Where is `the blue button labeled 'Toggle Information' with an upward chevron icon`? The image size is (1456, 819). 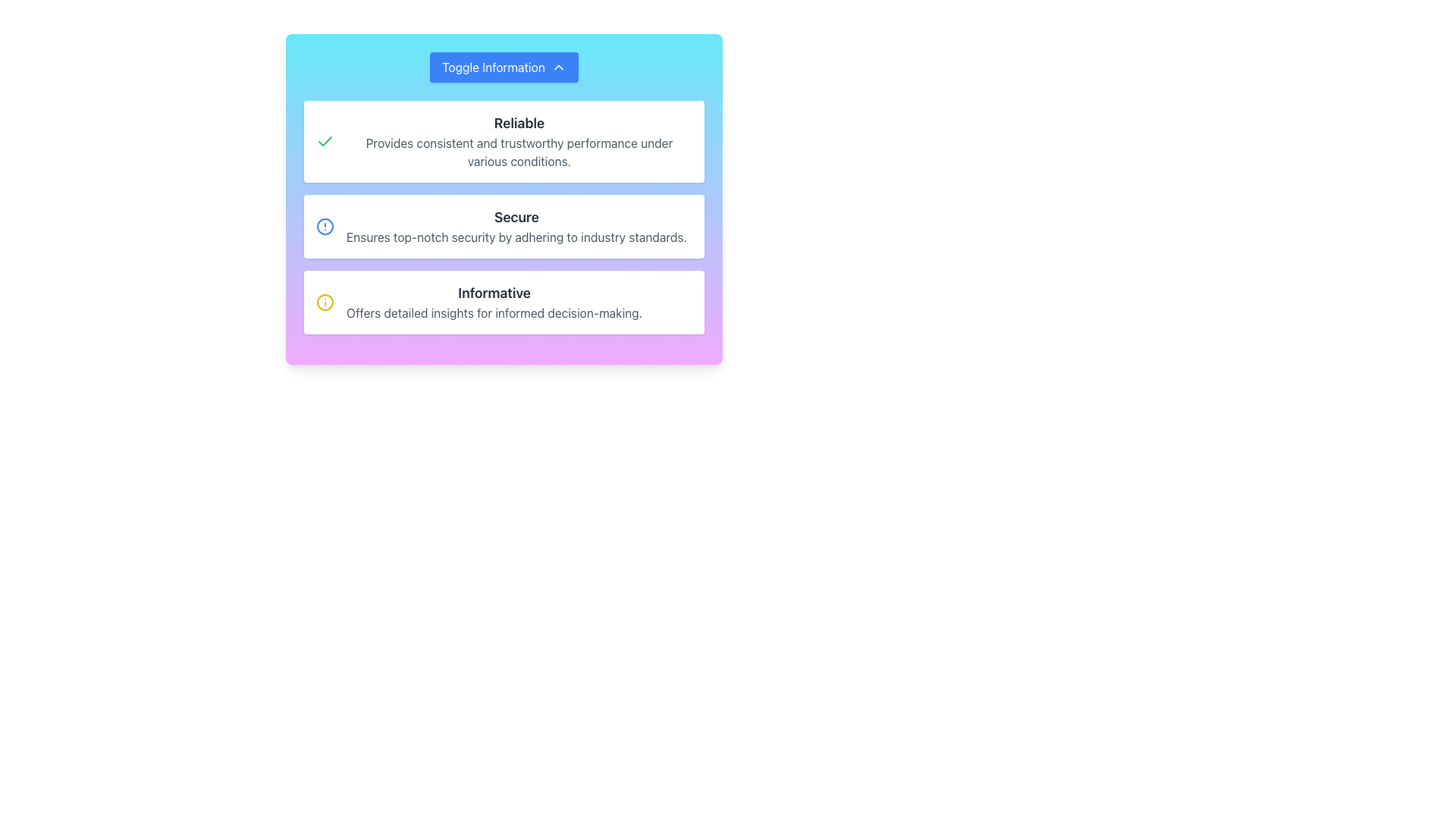 the blue button labeled 'Toggle Information' with an upward chevron icon is located at coordinates (504, 66).